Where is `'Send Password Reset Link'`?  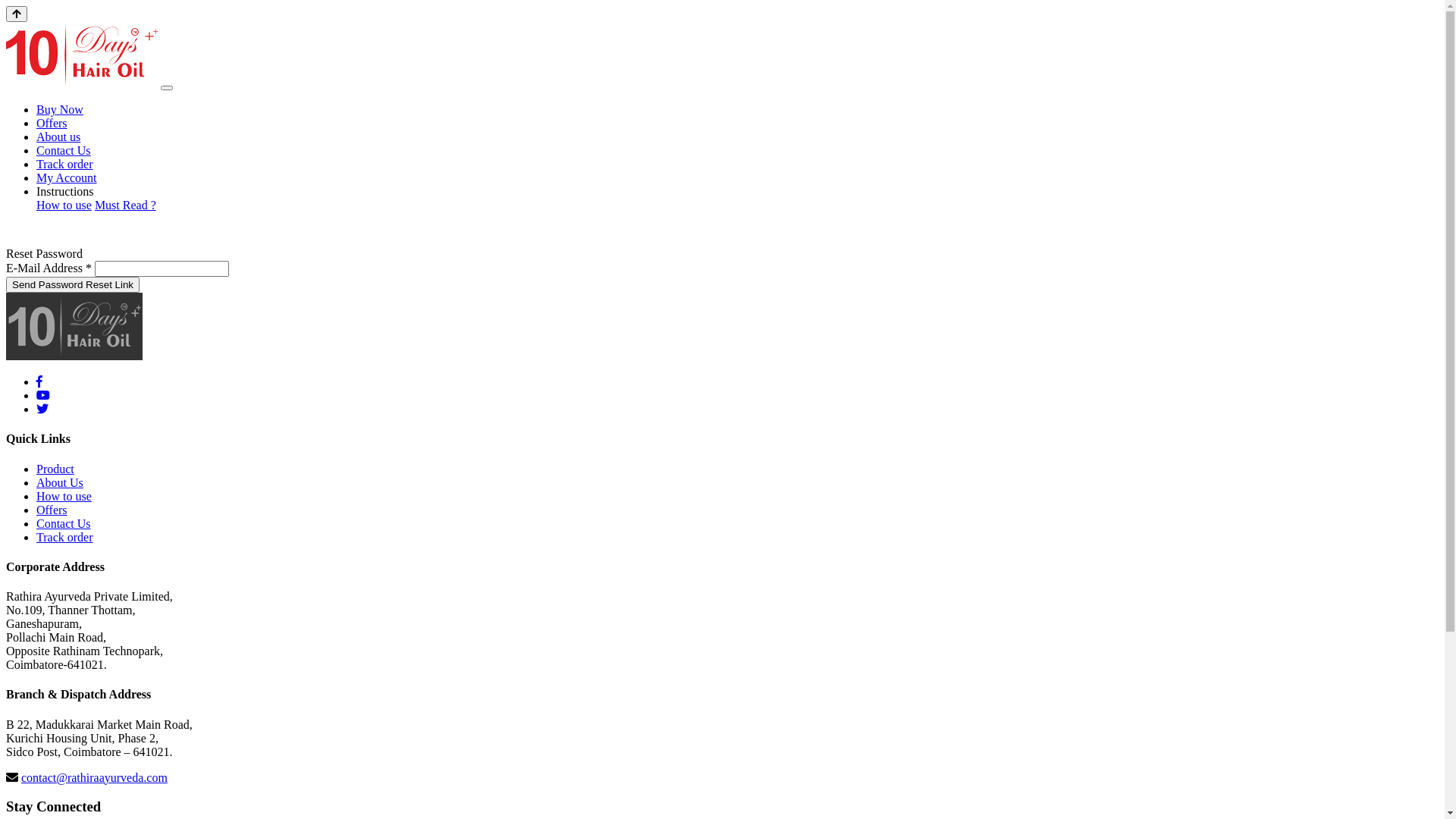 'Send Password Reset Link' is located at coordinates (72, 284).